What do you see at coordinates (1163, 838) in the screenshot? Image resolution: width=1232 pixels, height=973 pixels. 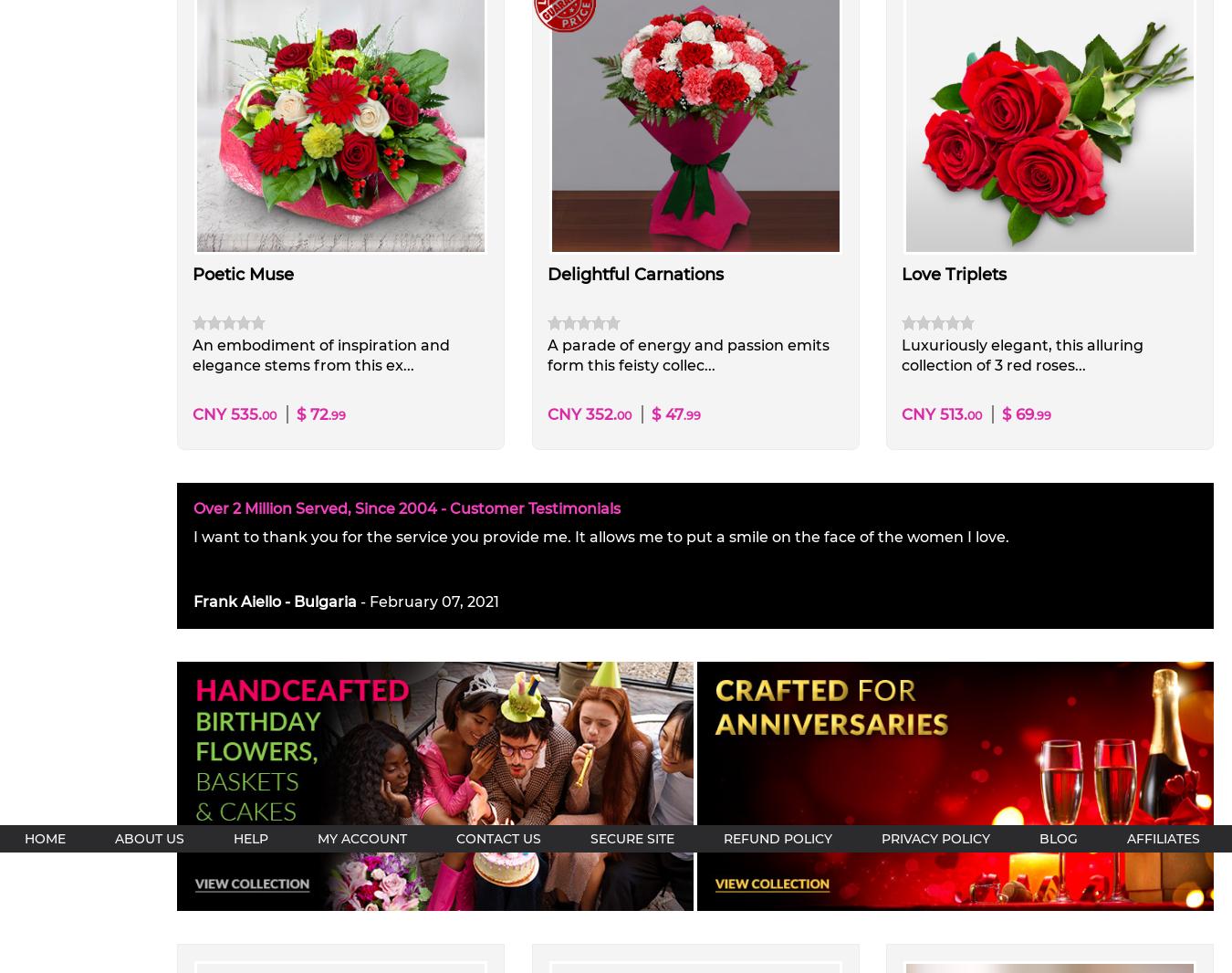 I see `'AFFILIATES'` at bounding box center [1163, 838].